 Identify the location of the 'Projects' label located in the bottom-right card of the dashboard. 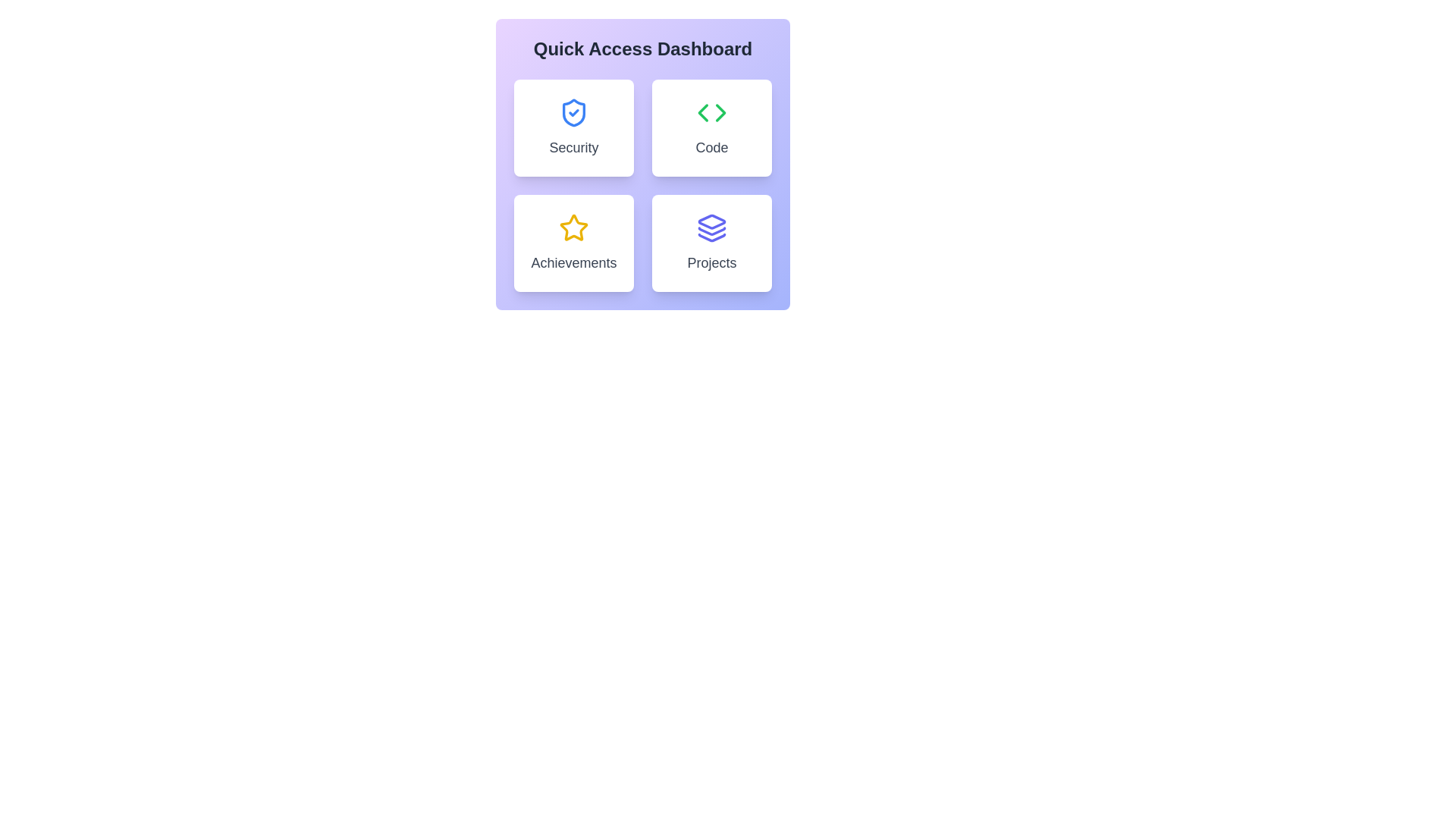
(711, 262).